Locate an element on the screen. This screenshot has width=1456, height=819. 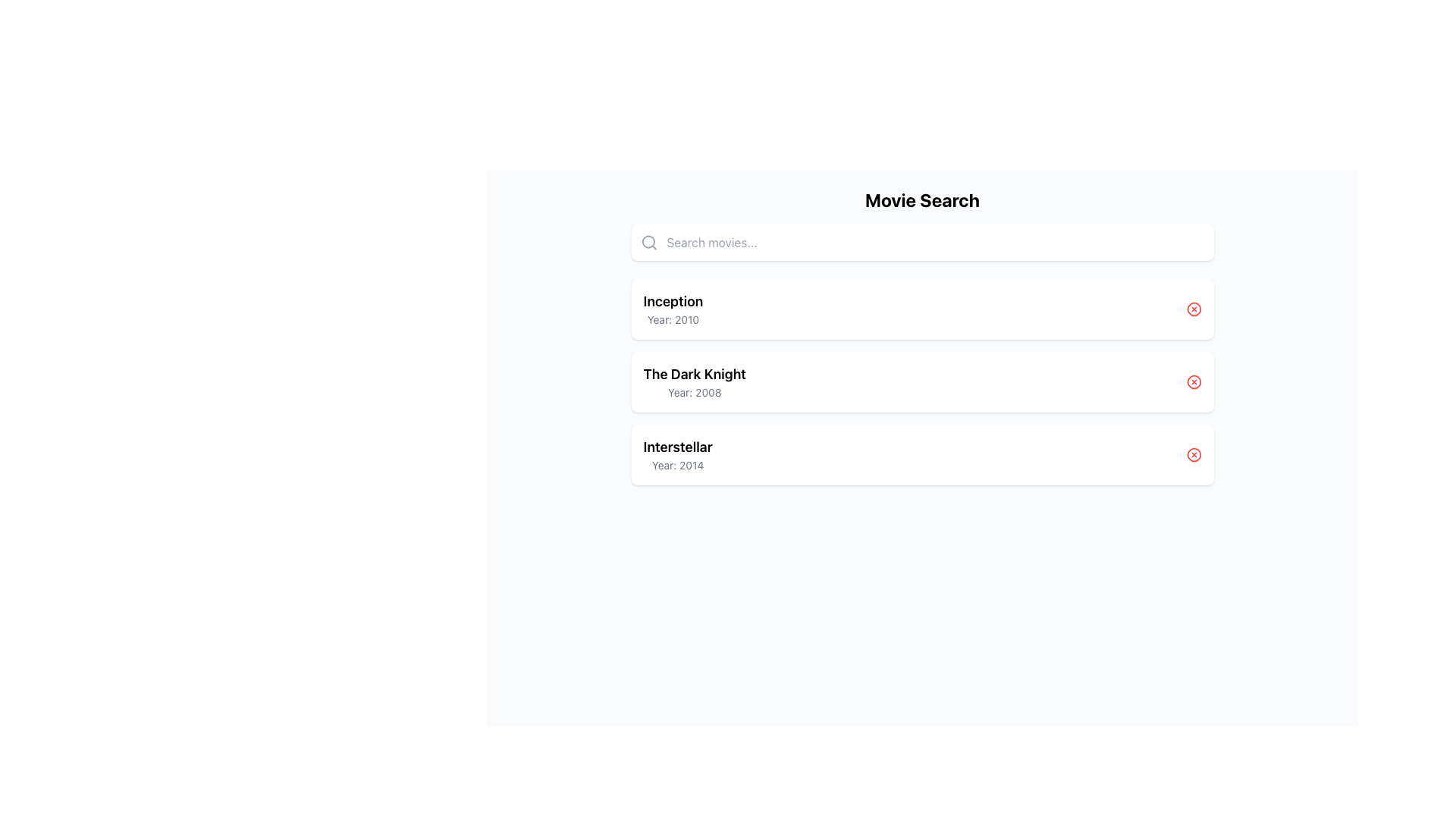
the gray magnifying glass icon located at the start of the search bar in the 'Movie Search' interface is located at coordinates (648, 242).